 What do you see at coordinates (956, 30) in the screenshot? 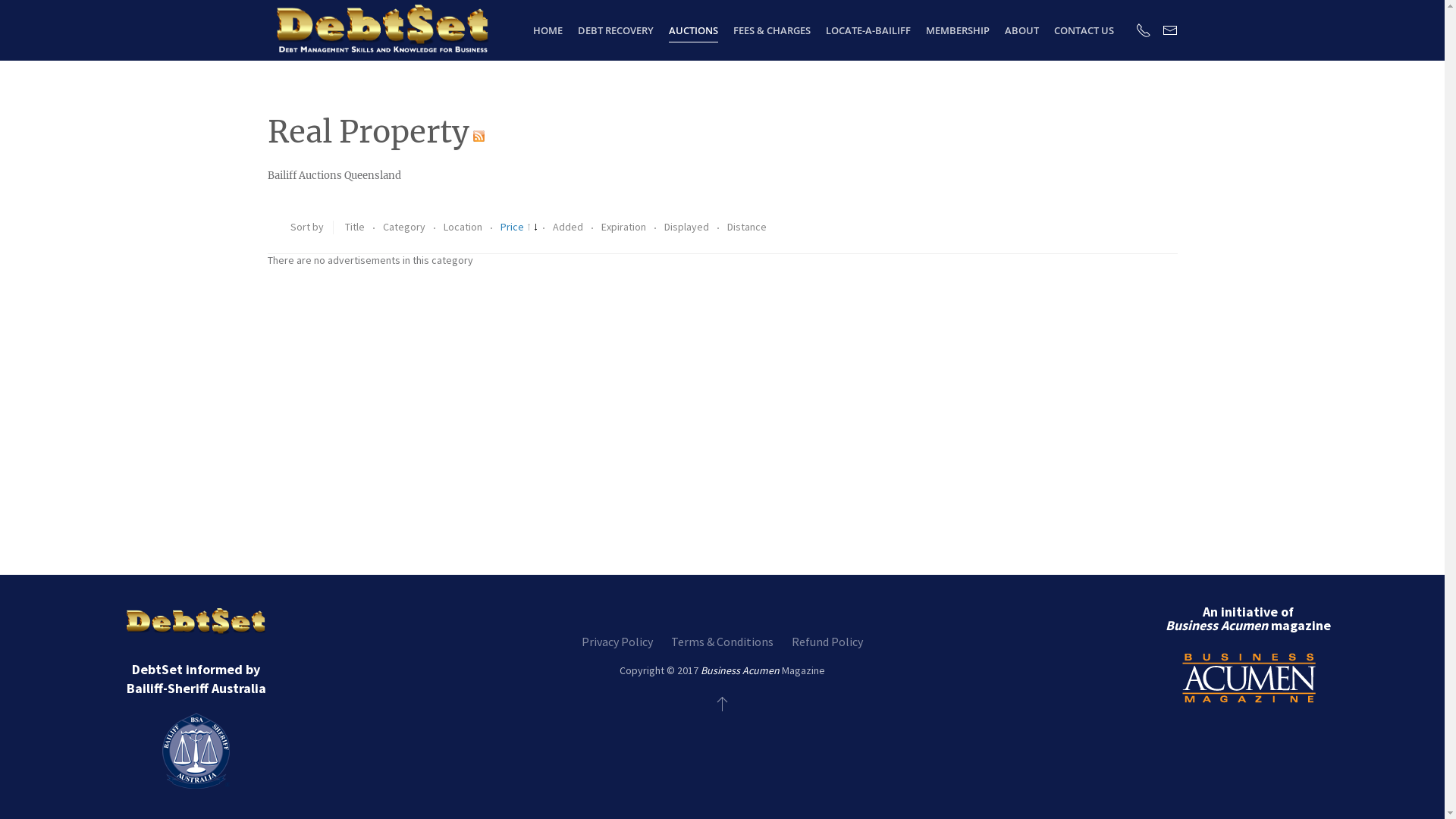
I see `'MEMBERSHIP'` at bounding box center [956, 30].